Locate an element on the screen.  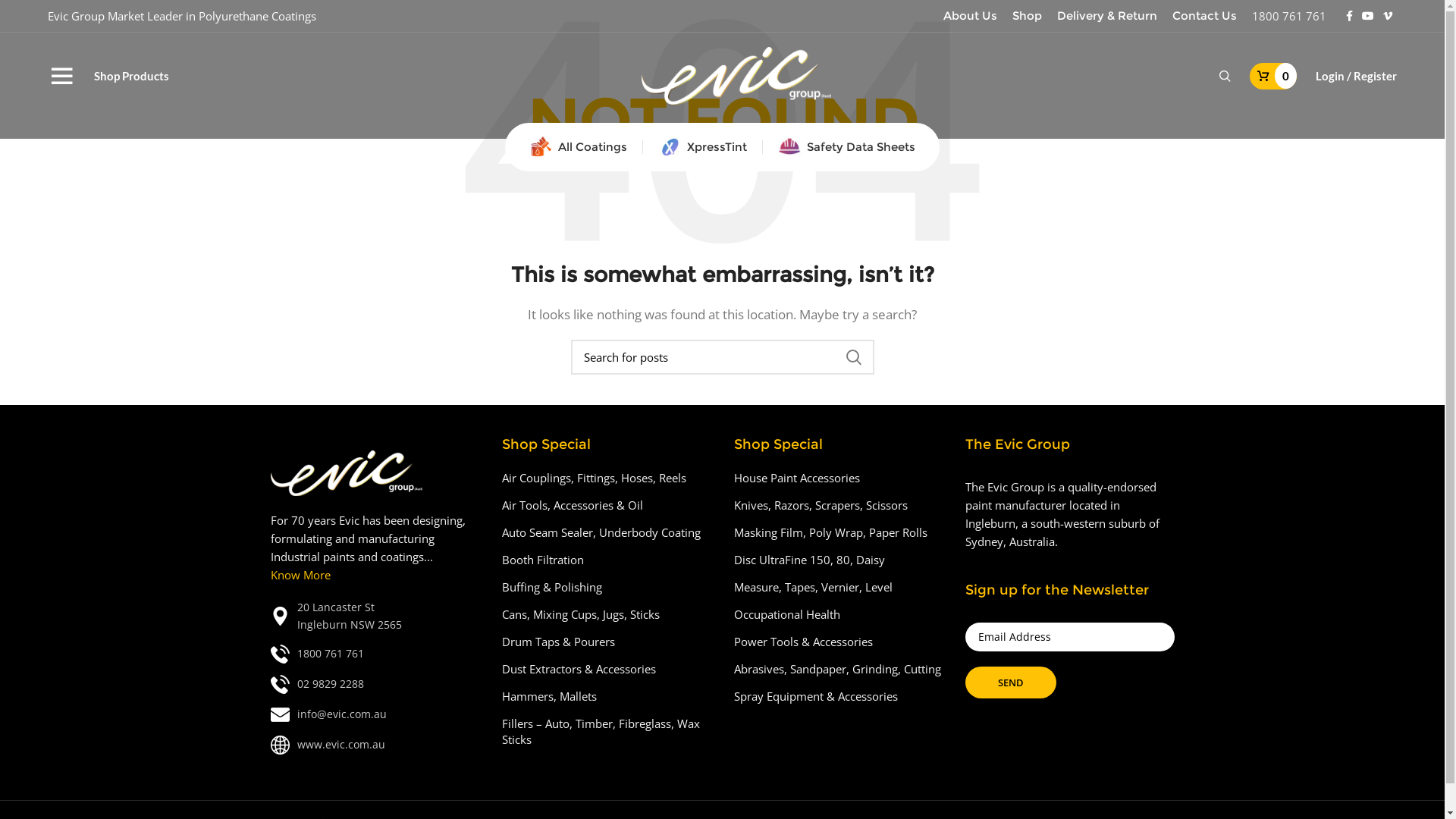
'About Us' is located at coordinates (969, 15).